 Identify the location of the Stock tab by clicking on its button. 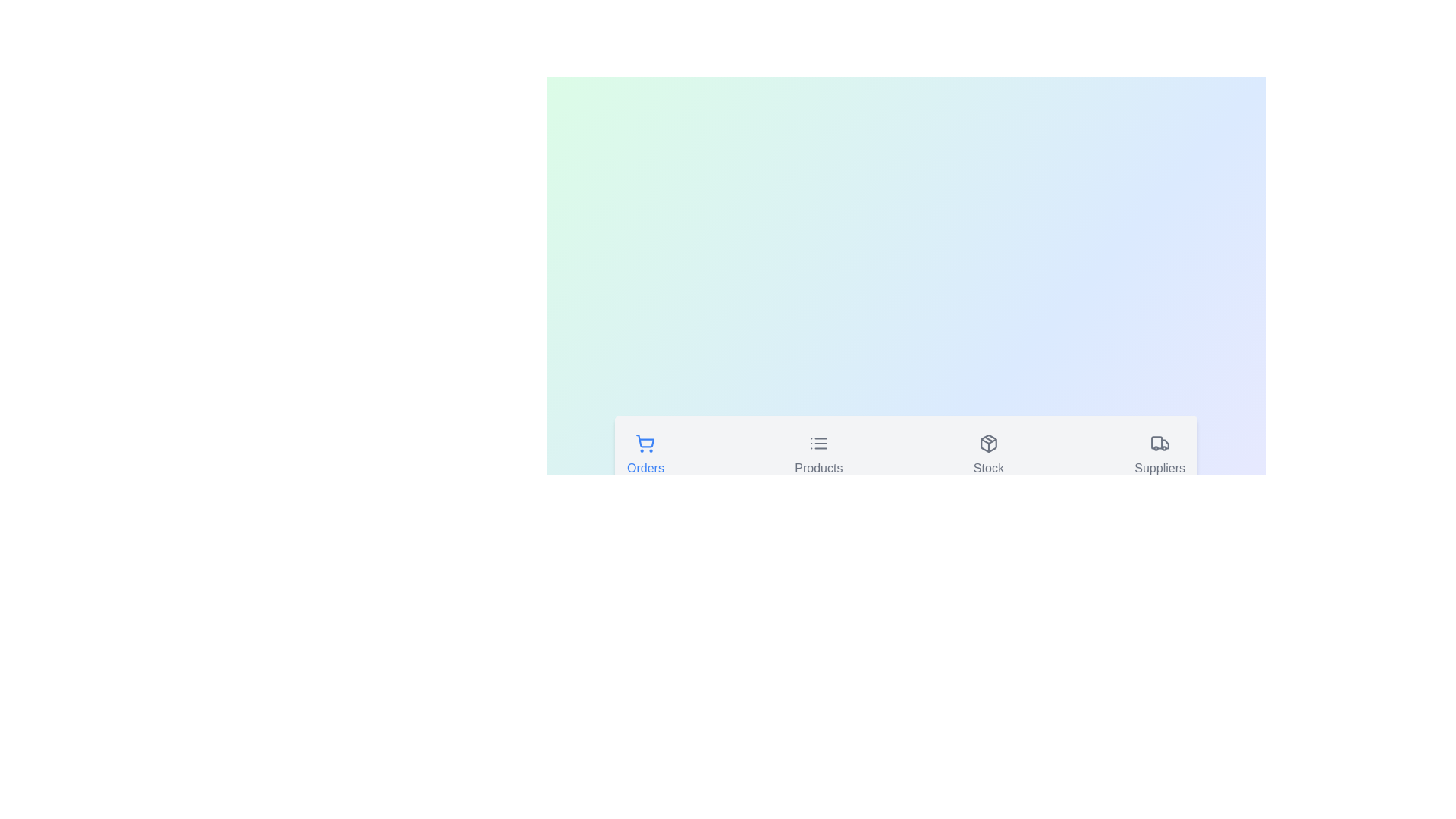
(987, 456).